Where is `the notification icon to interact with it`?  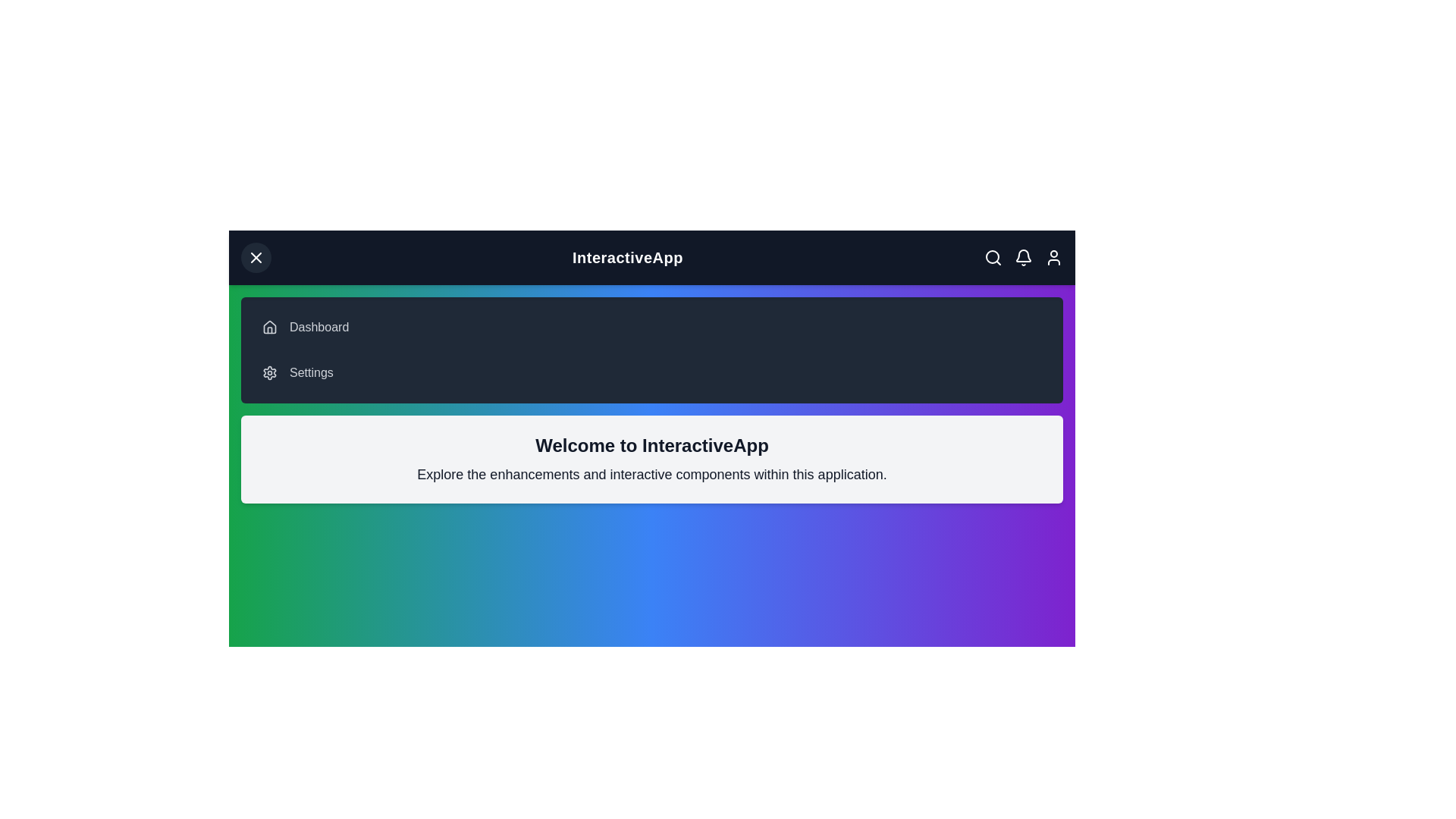
the notification icon to interact with it is located at coordinates (1023, 256).